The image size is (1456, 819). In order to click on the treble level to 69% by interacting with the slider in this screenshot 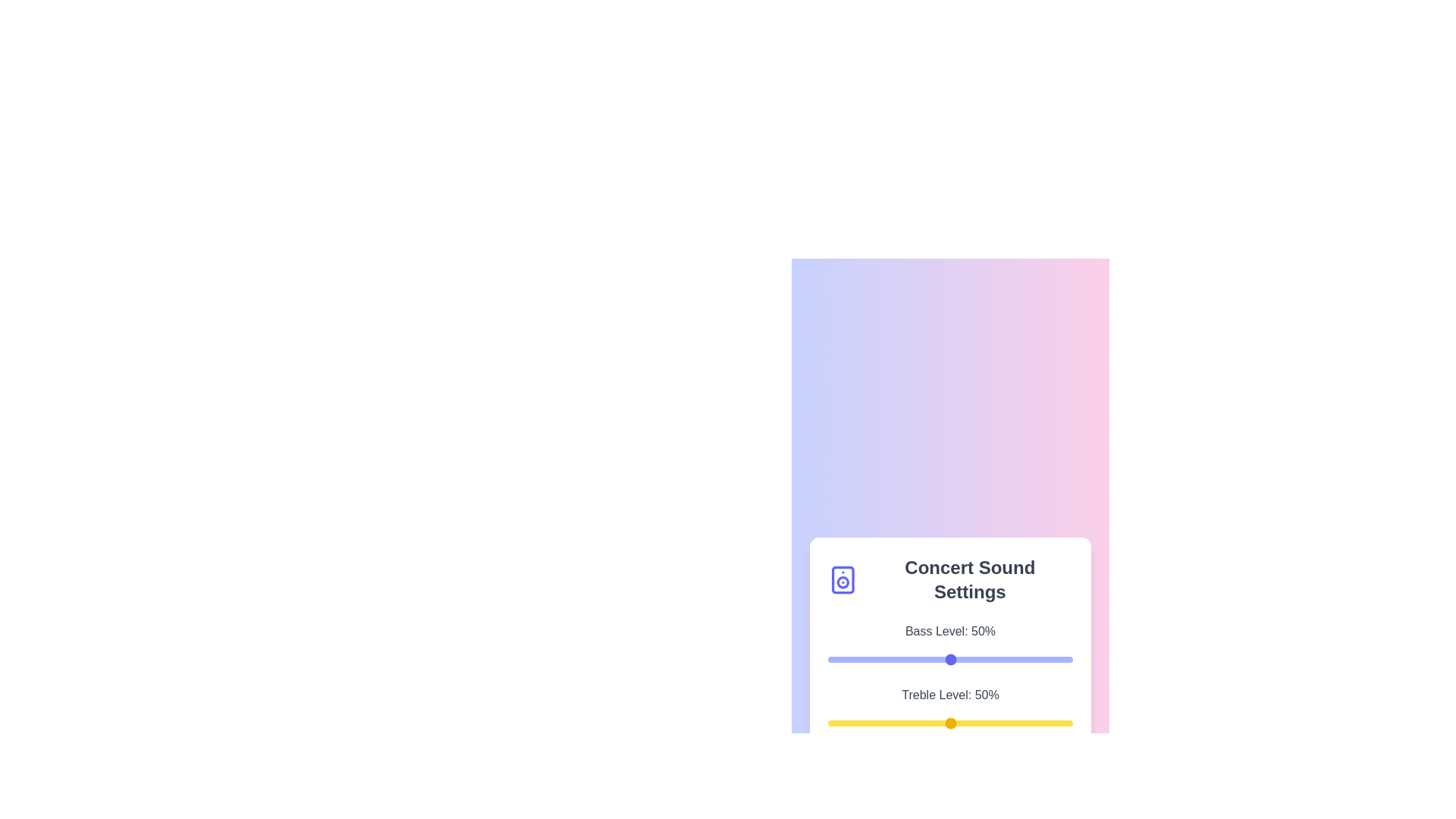, I will do `click(996, 722)`.